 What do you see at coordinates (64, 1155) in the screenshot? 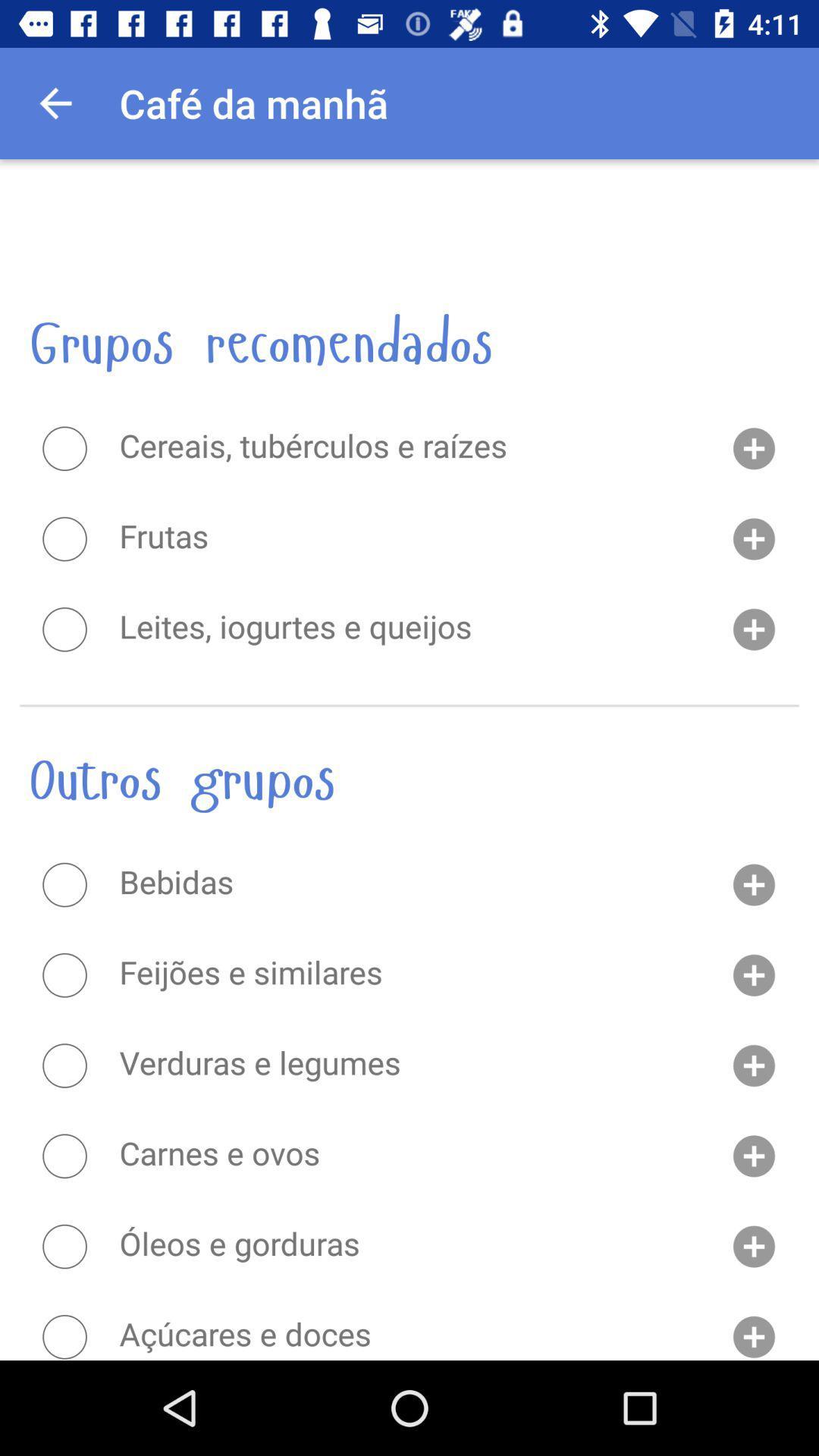
I see `tap to select` at bounding box center [64, 1155].